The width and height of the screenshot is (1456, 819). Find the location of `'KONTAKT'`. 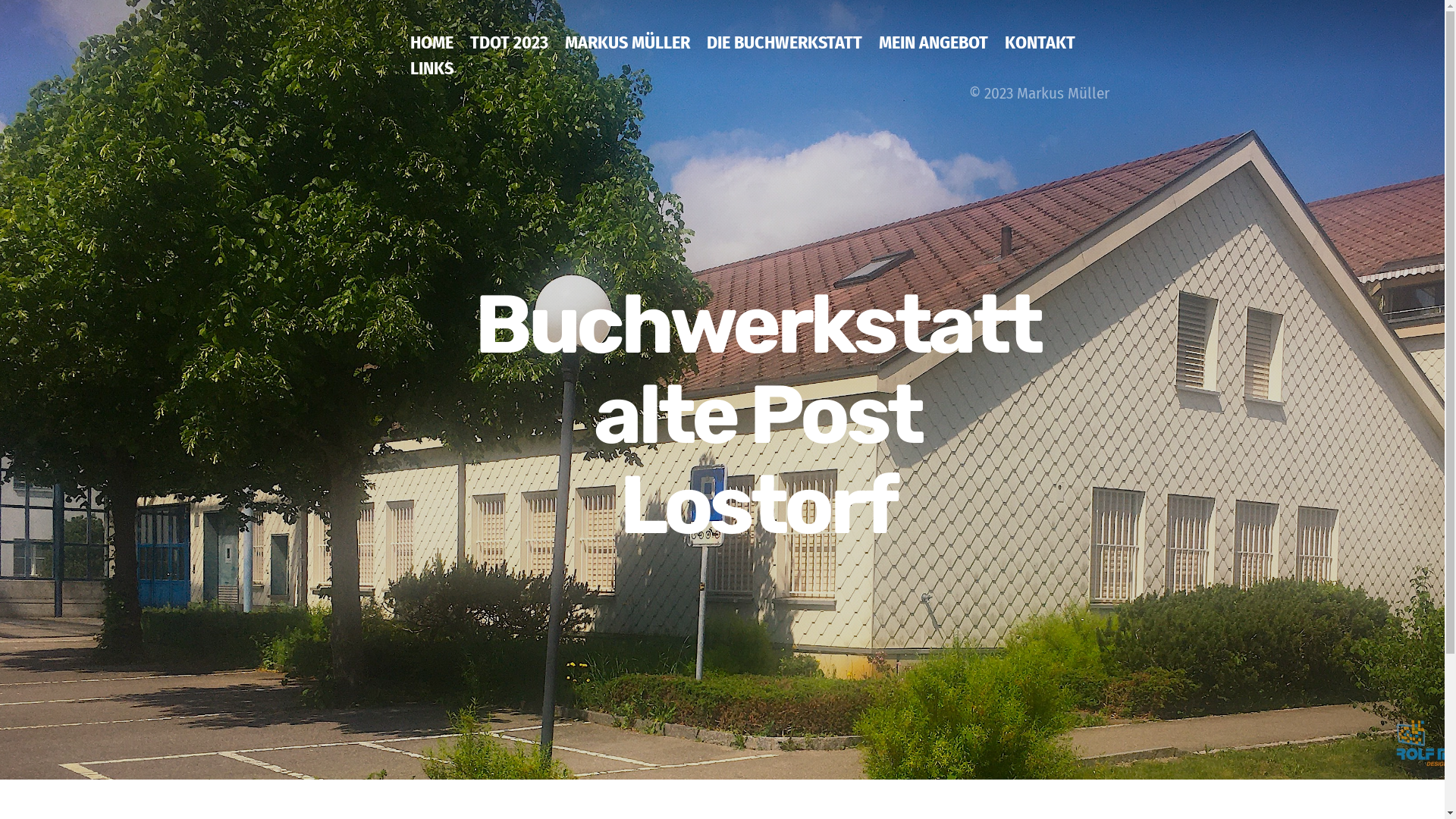

'KONTAKT' is located at coordinates (1039, 52).